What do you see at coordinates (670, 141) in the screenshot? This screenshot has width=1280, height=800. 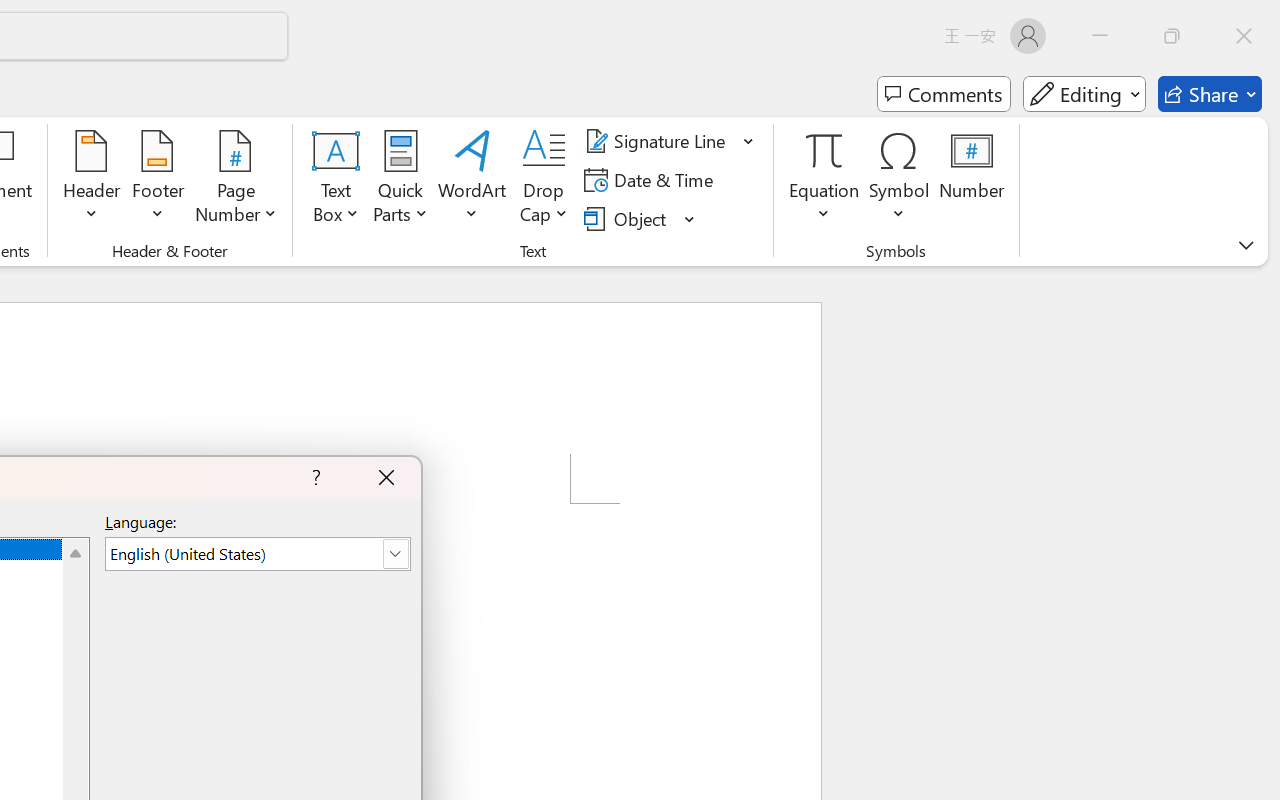 I see `'Signature Line'` at bounding box center [670, 141].